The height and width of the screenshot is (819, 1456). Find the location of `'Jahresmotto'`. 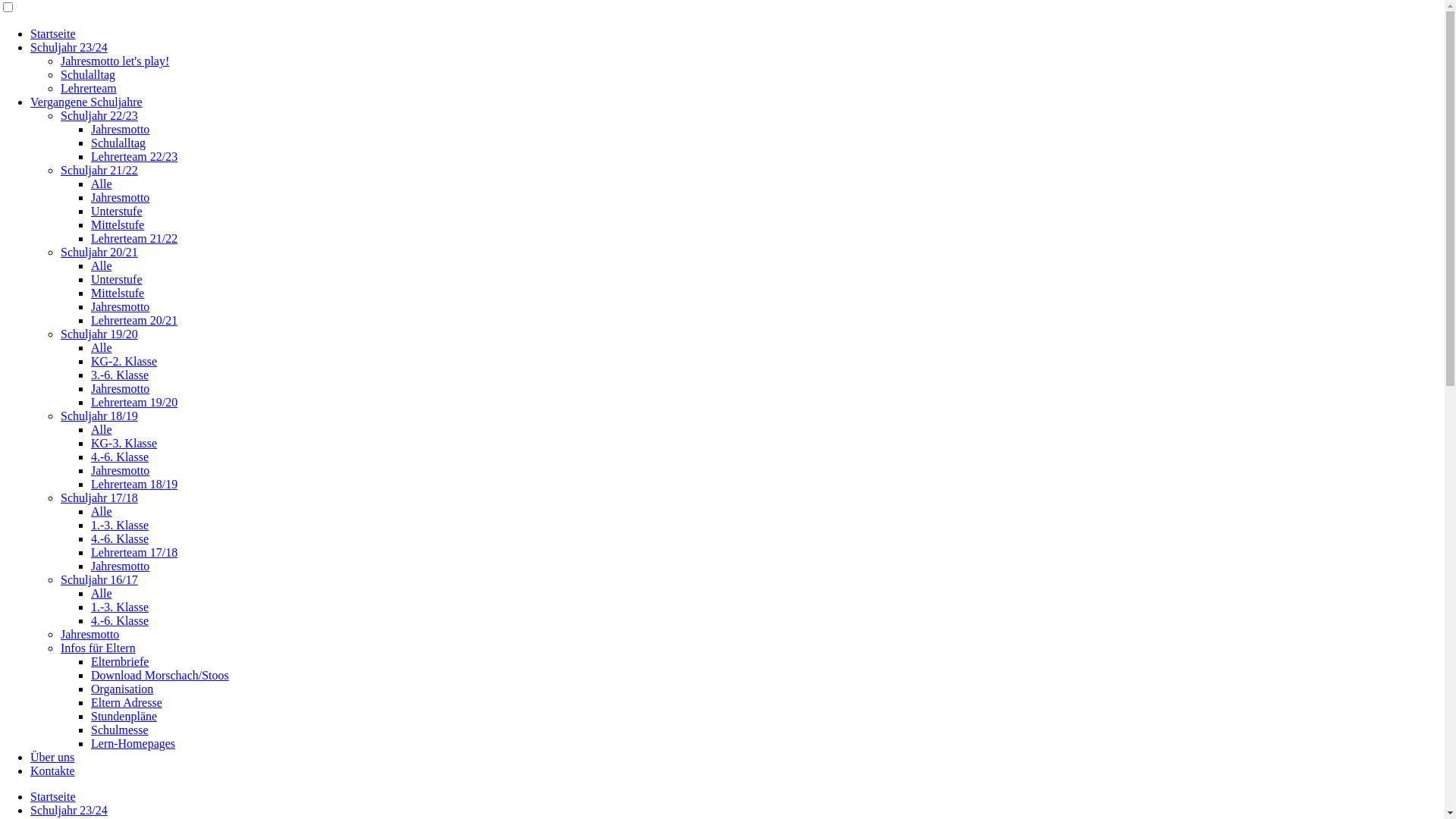

'Jahresmotto' is located at coordinates (90, 388).